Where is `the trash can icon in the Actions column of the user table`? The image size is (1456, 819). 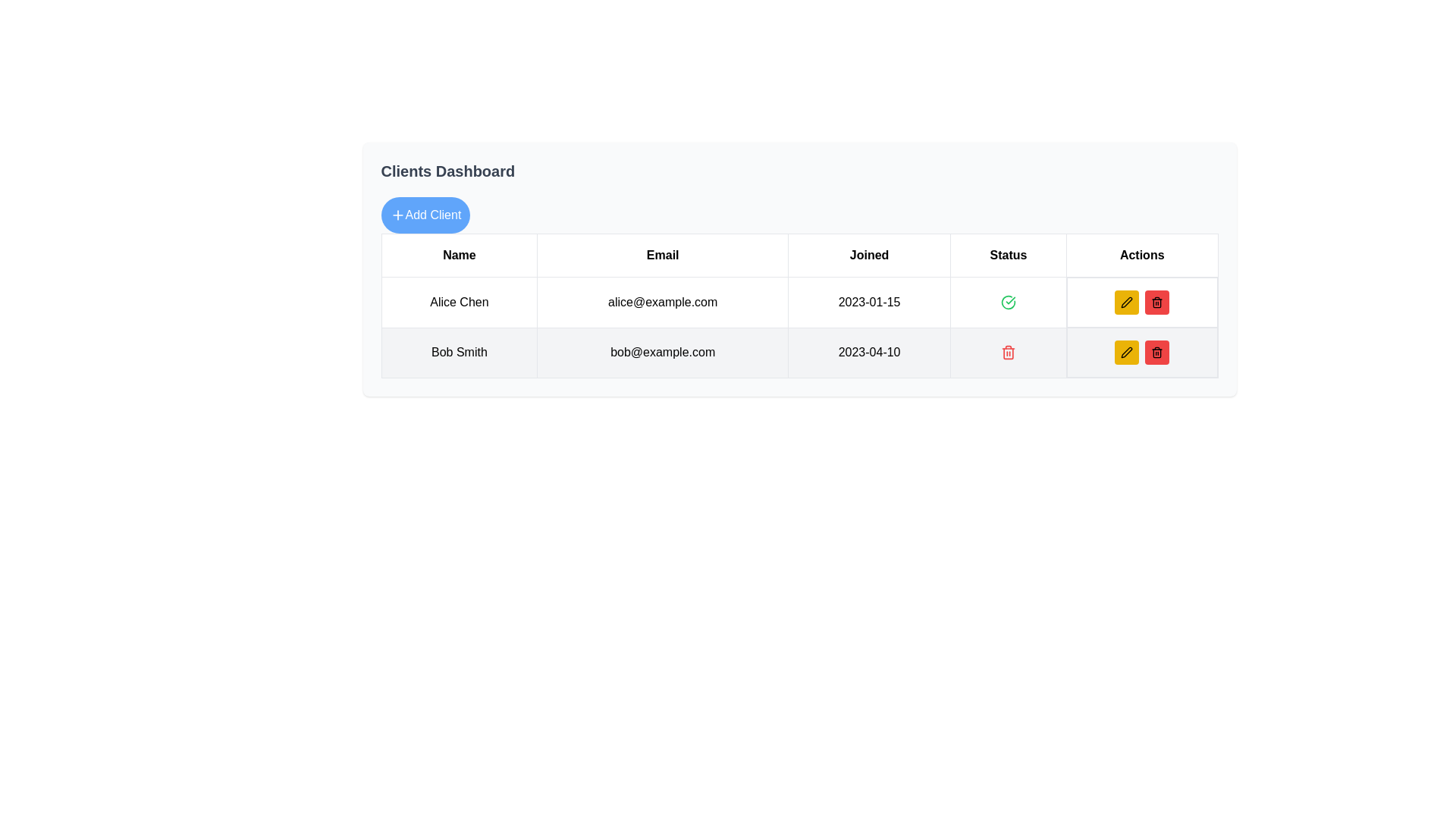
the trash can icon in the Actions column of the user table is located at coordinates (1156, 302).